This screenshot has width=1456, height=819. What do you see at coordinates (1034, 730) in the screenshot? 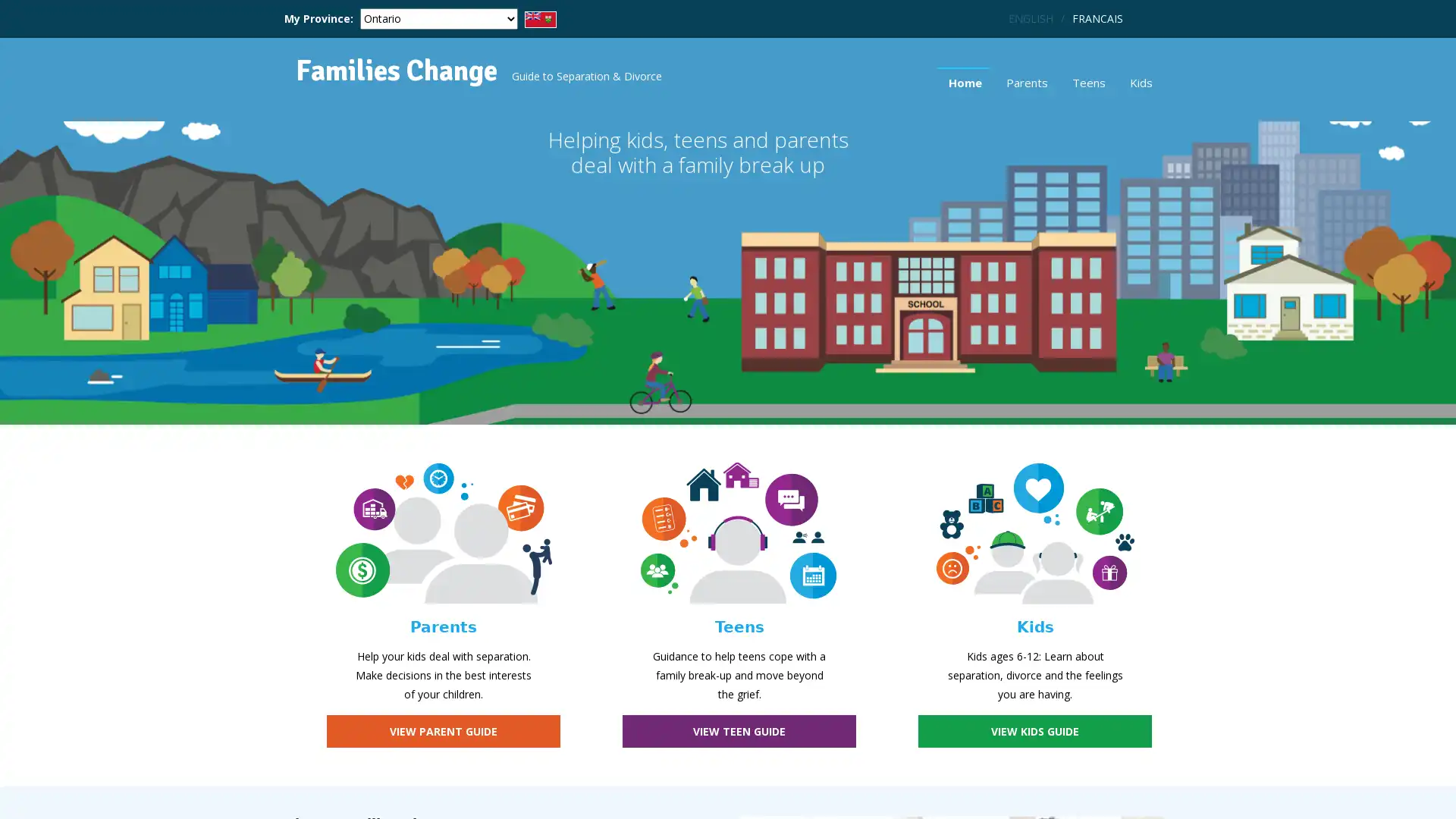
I see `VIEW KIDS GUIDE` at bounding box center [1034, 730].